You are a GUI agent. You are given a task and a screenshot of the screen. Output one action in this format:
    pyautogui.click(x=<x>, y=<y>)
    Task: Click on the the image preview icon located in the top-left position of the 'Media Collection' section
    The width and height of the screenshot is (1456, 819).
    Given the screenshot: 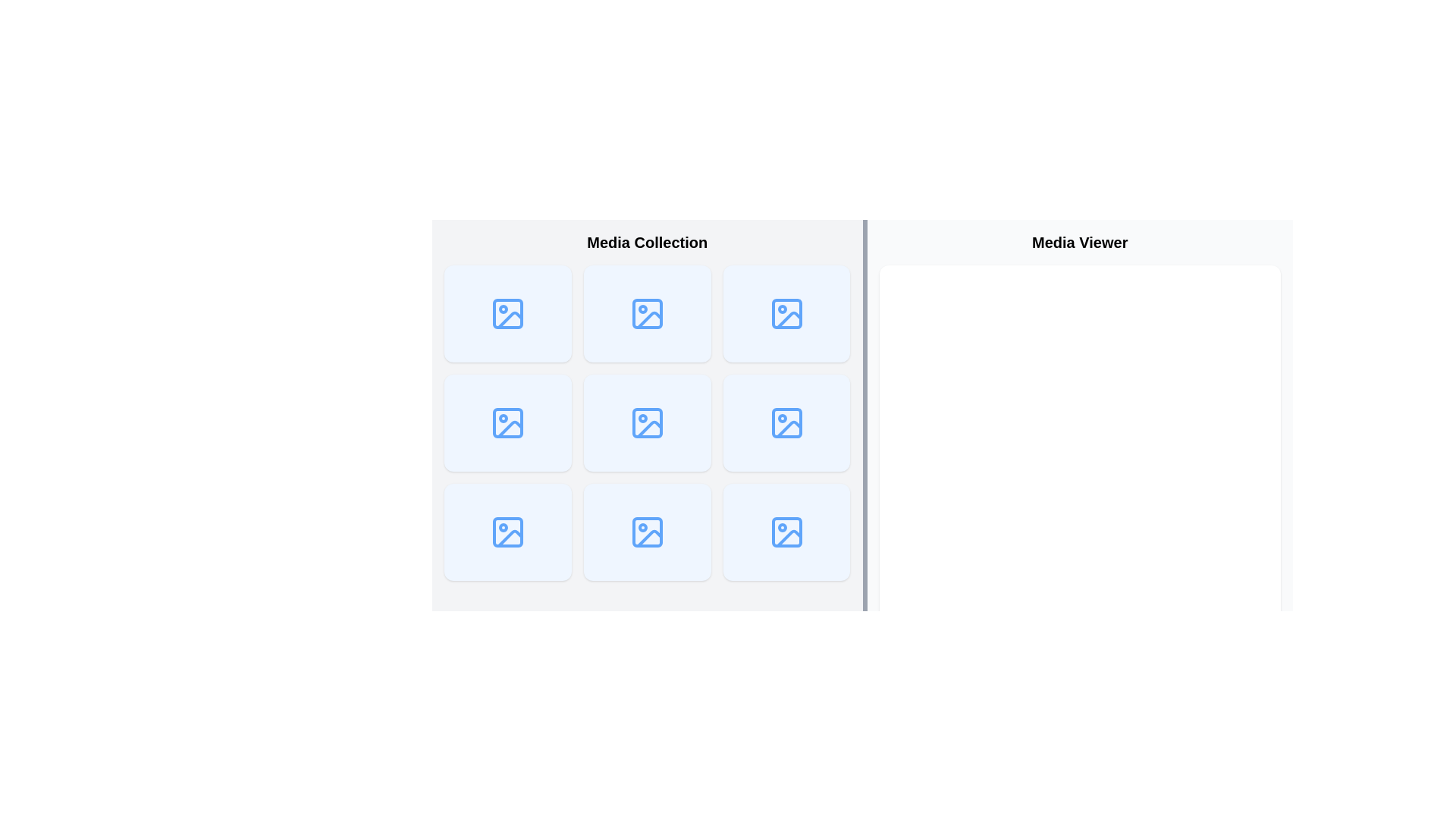 What is the action you would take?
    pyautogui.click(x=507, y=312)
    